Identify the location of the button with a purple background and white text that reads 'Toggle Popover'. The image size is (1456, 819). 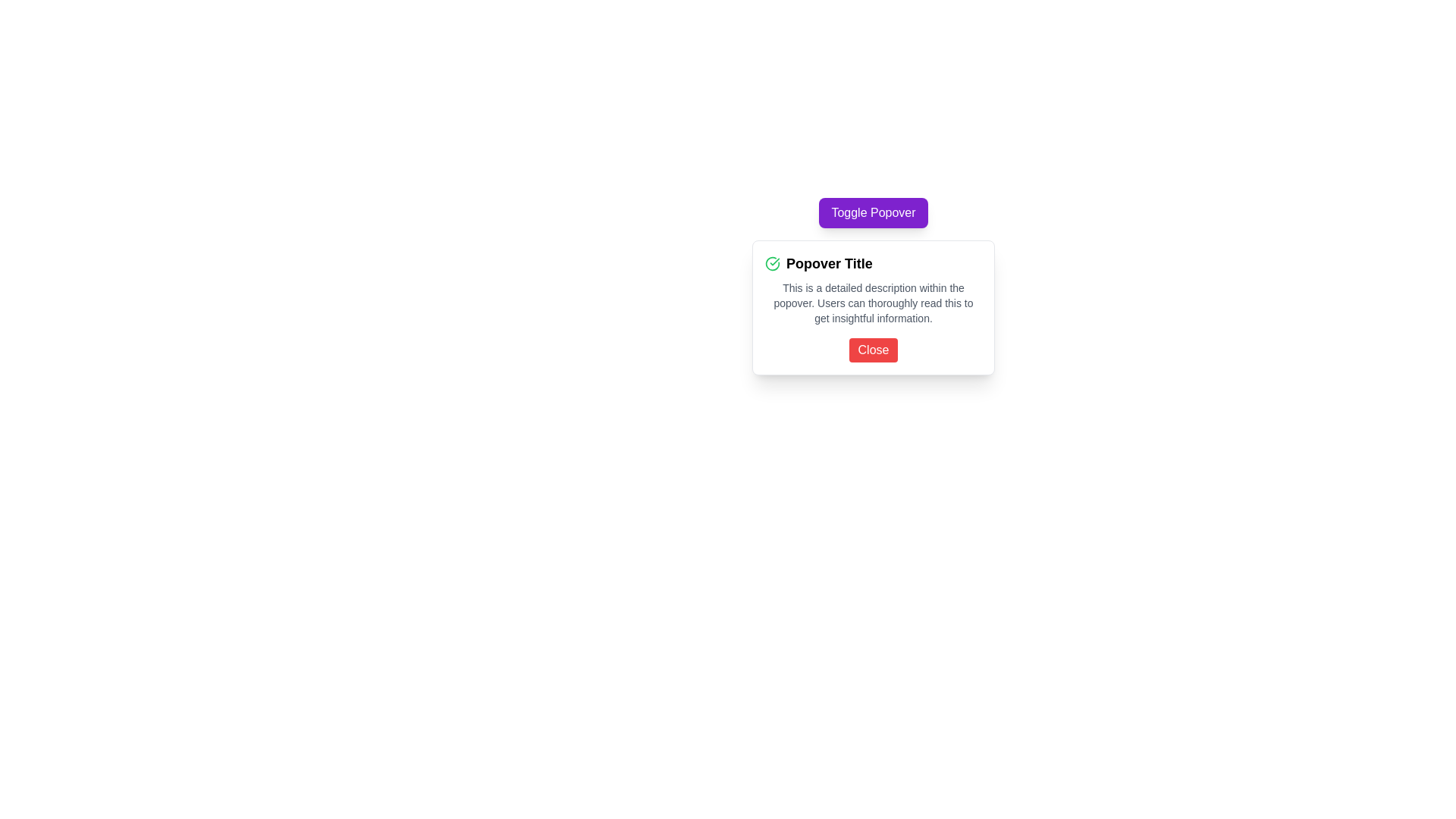
(874, 219).